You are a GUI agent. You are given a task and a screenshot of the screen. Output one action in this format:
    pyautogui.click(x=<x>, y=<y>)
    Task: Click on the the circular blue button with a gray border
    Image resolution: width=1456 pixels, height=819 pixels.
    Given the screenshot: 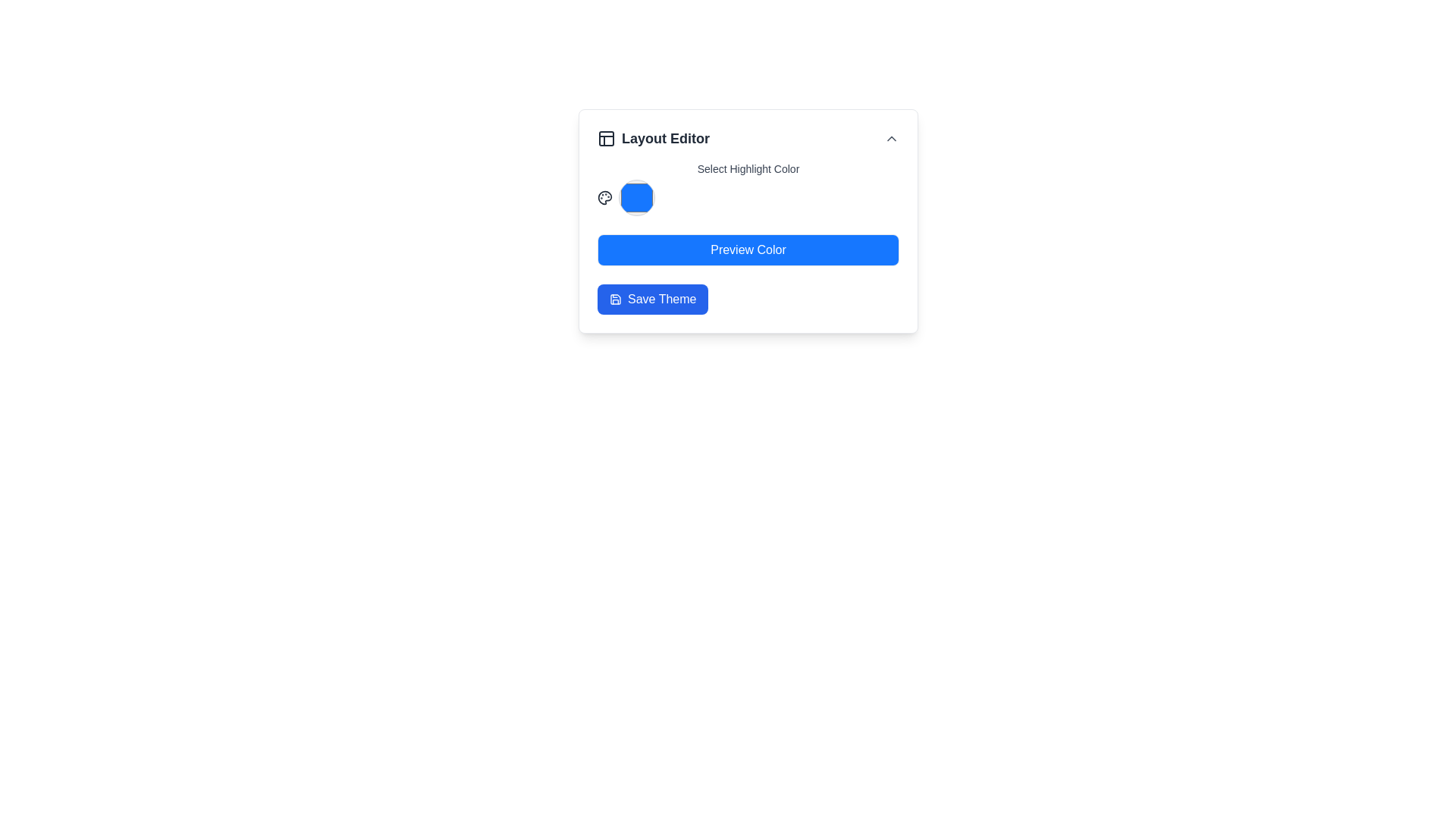 What is the action you would take?
    pyautogui.click(x=637, y=197)
    